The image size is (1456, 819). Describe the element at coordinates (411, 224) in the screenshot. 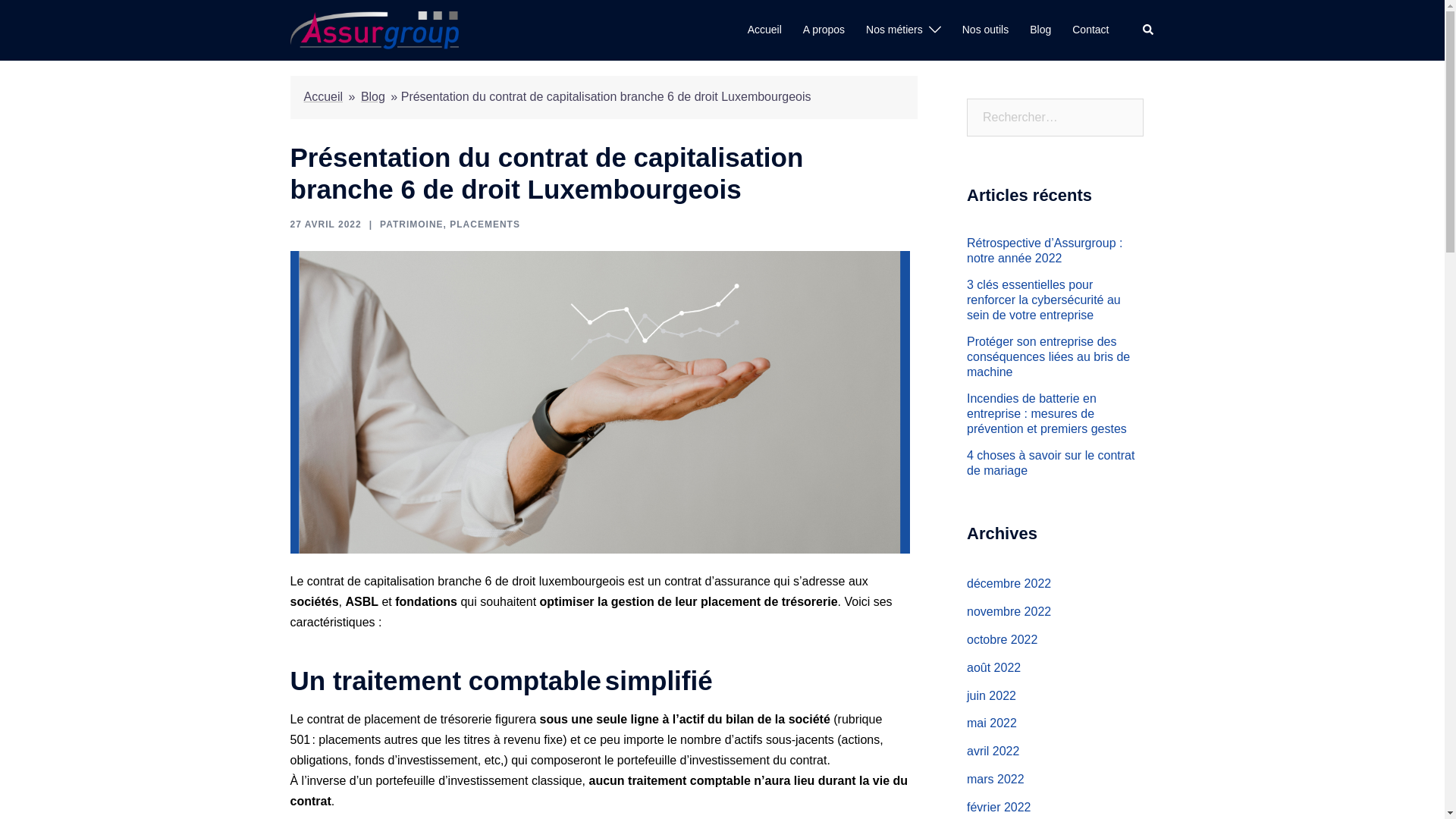

I see `'PATRIMOINE'` at that location.